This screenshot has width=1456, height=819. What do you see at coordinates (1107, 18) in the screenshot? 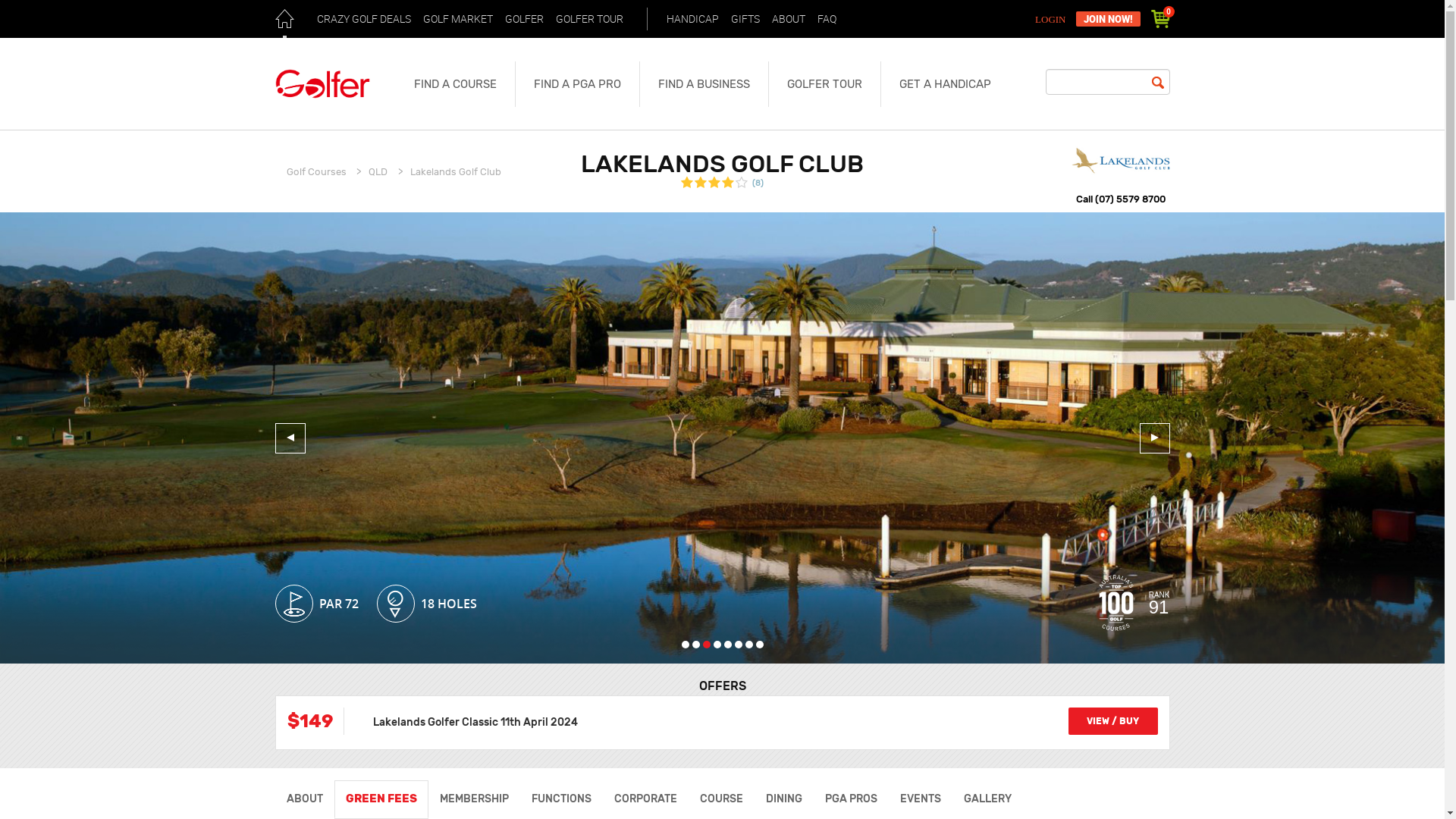
I see `'JOIN NOW!'` at bounding box center [1107, 18].